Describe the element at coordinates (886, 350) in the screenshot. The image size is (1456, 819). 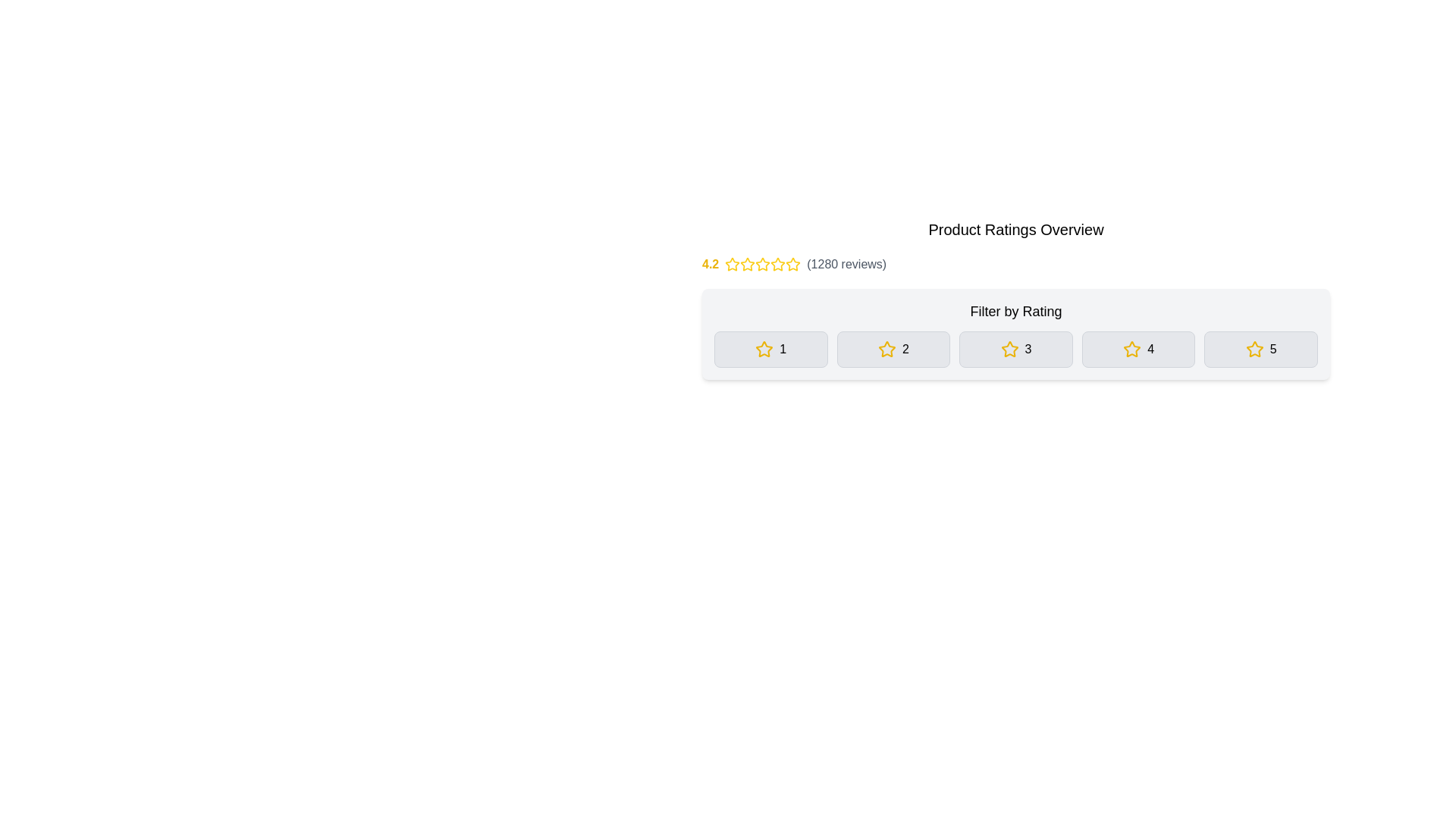
I see `the star icon indicating a rating score of '2' in the 'Filter by Rating' section` at that location.